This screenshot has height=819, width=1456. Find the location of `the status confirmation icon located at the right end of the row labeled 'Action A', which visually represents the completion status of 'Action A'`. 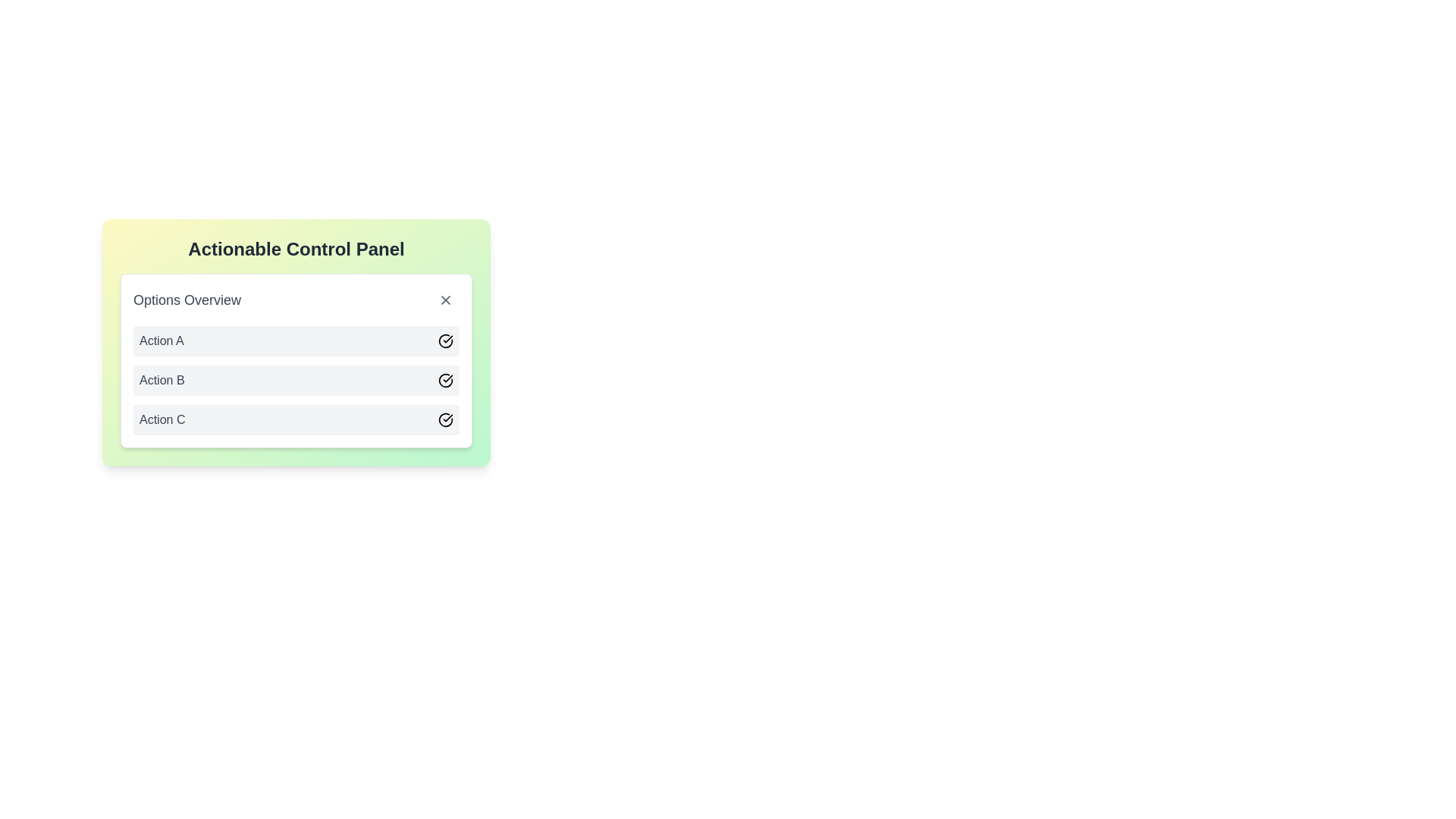

the status confirmation icon located at the right end of the row labeled 'Action A', which visually represents the completion status of 'Action A' is located at coordinates (445, 341).